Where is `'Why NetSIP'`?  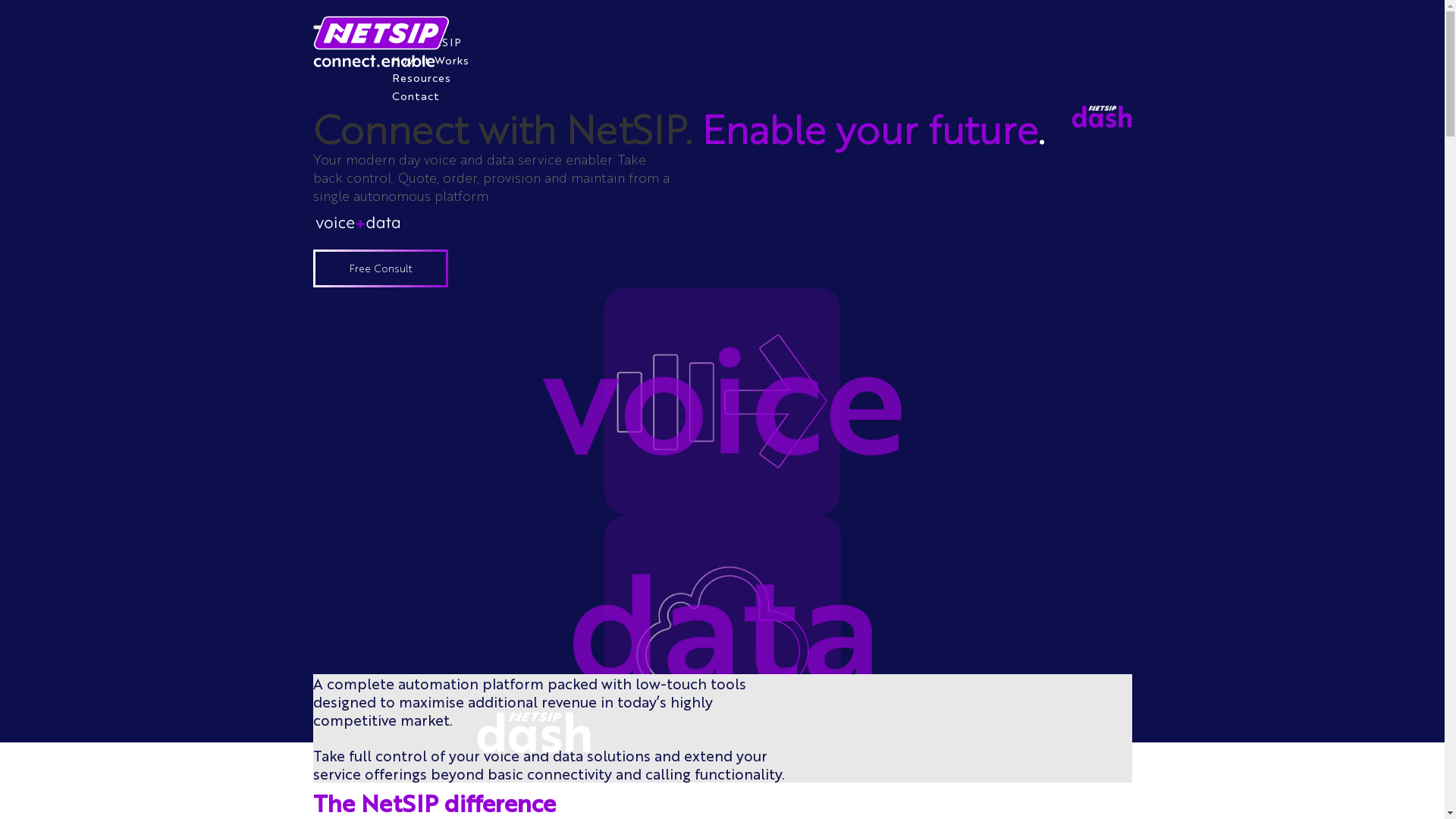
'Why NetSIP' is located at coordinates (425, 40).